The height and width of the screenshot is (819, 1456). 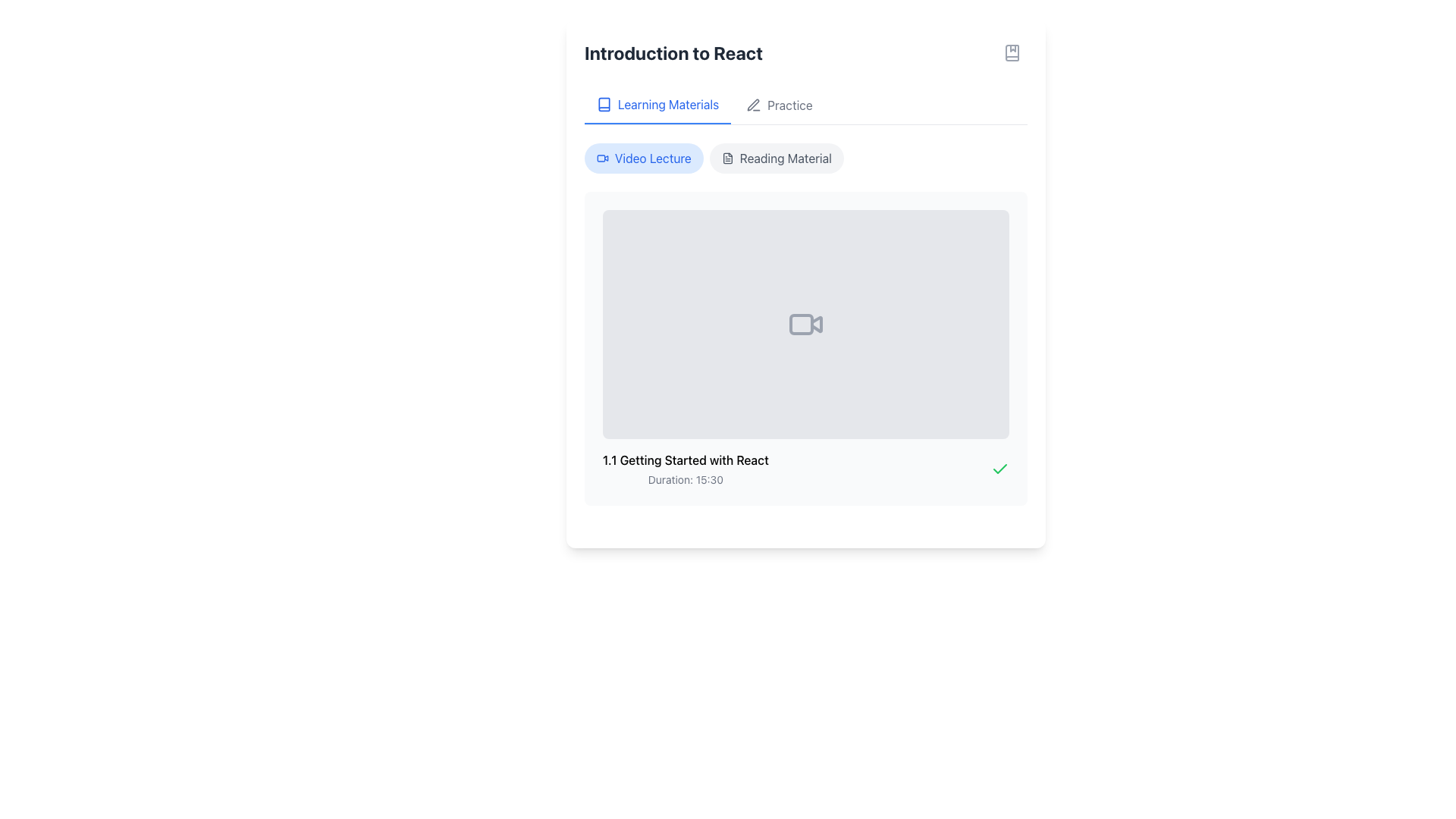 What do you see at coordinates (777, 158) in the screenshot?
I see `the second button from the left, which serves as a toggle or navigation button for accessing reading materials, to focus it` at bounding box center [777, 158].